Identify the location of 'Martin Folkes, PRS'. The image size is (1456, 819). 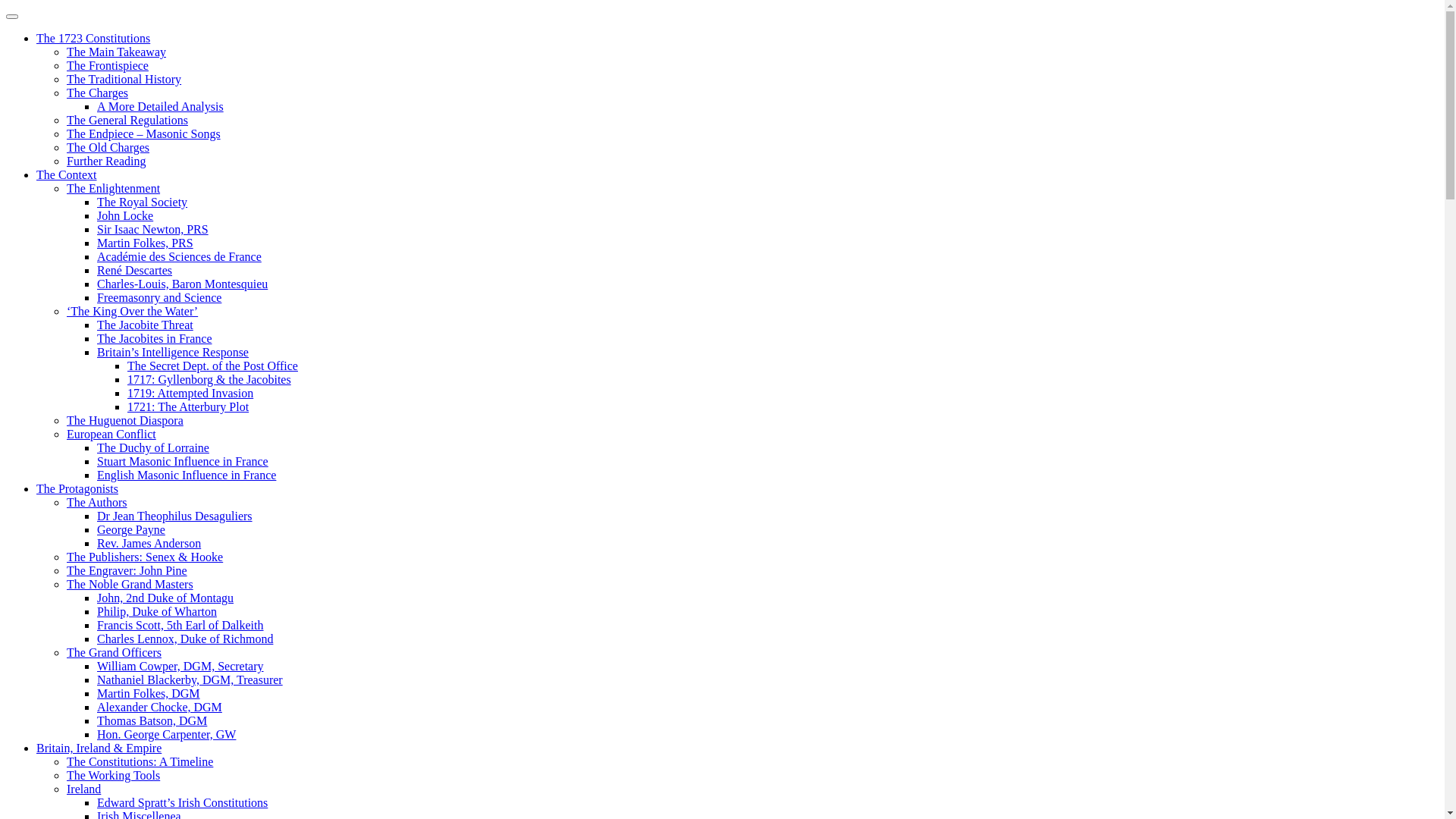
(96, 242).